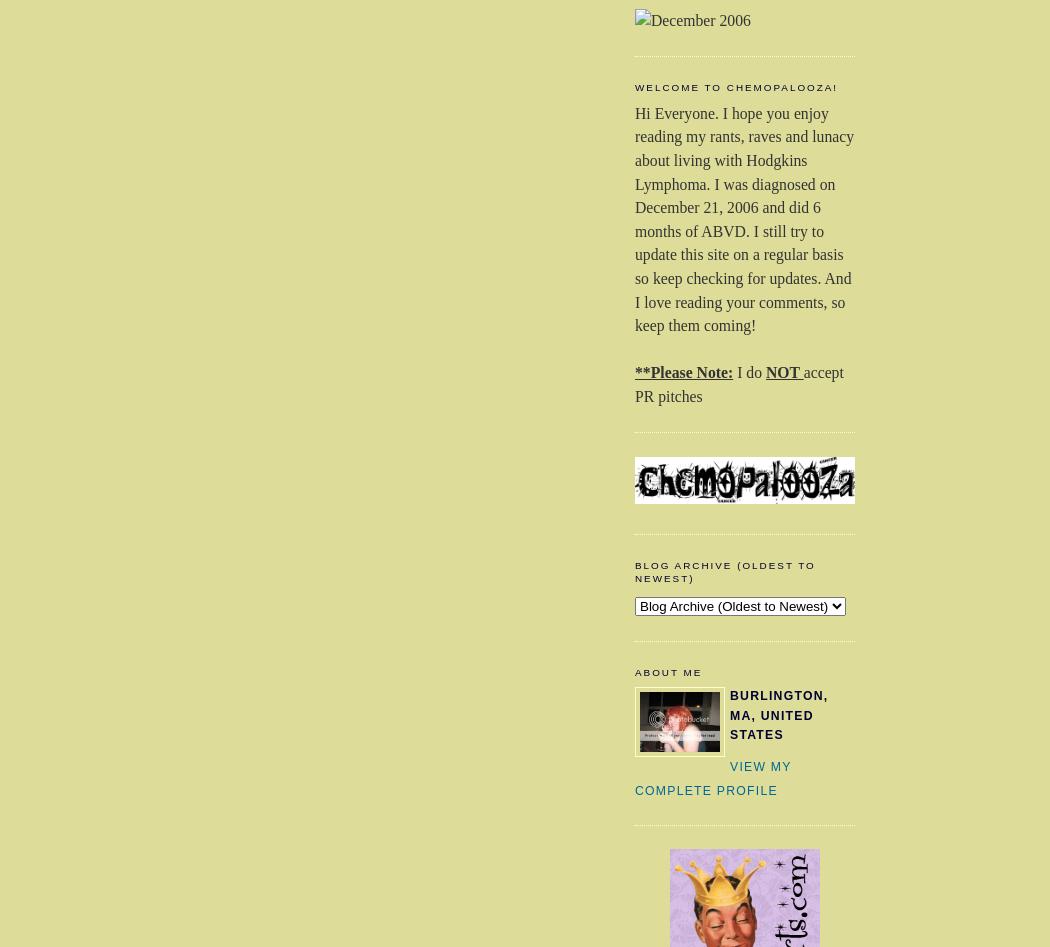 The image size is (1050, 947). I want to click on 'Welcome to Chemopalooza!', so click(735, 86).